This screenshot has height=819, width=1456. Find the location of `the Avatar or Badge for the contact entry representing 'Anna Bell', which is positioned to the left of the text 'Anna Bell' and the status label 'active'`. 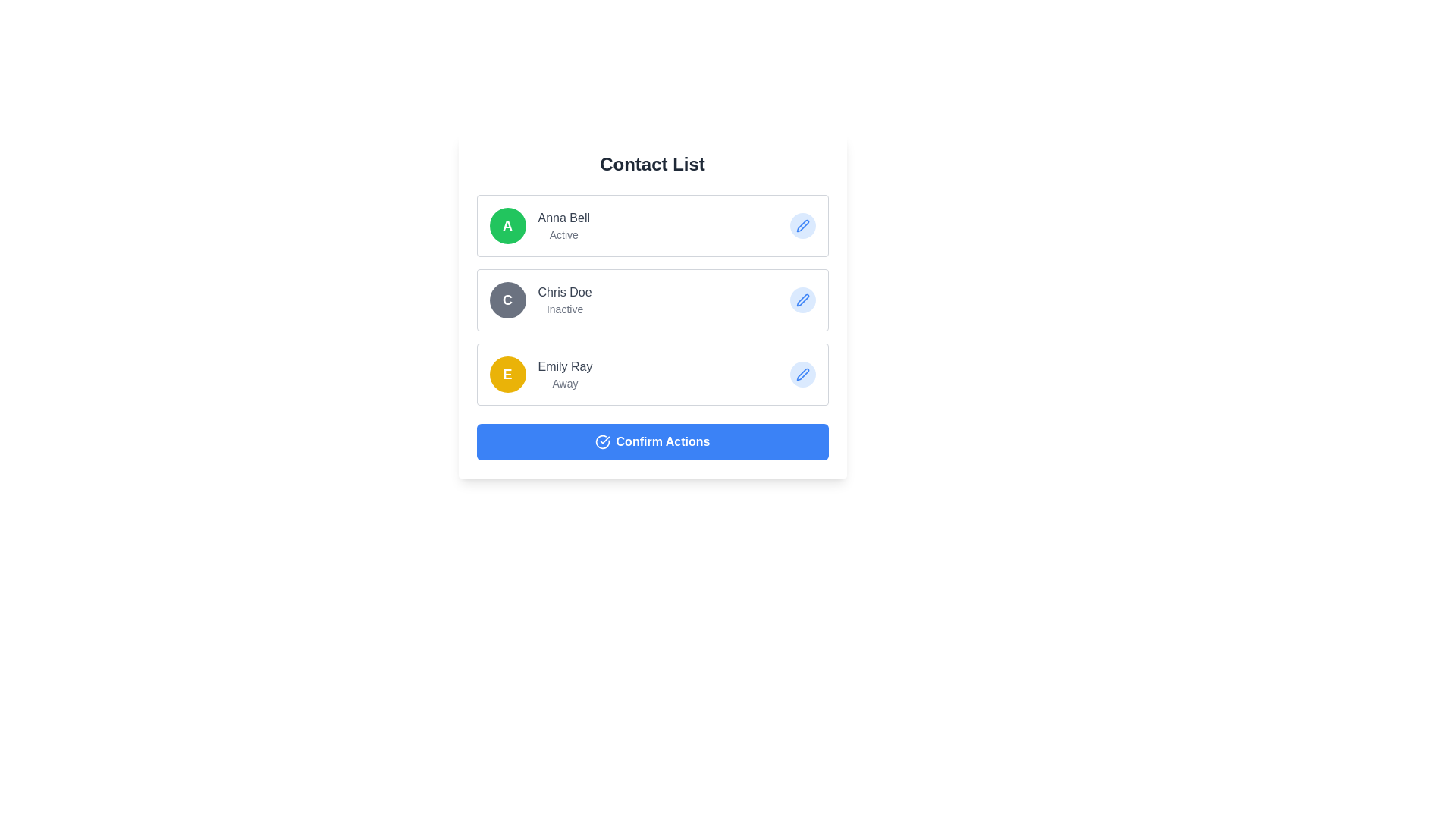

the Avatar or Badge for the contact entry representing 'Anna Bell', which is positioned to the left of the text 'Anna Bell' and the status label 'active' is located at coordinates (507, 225).